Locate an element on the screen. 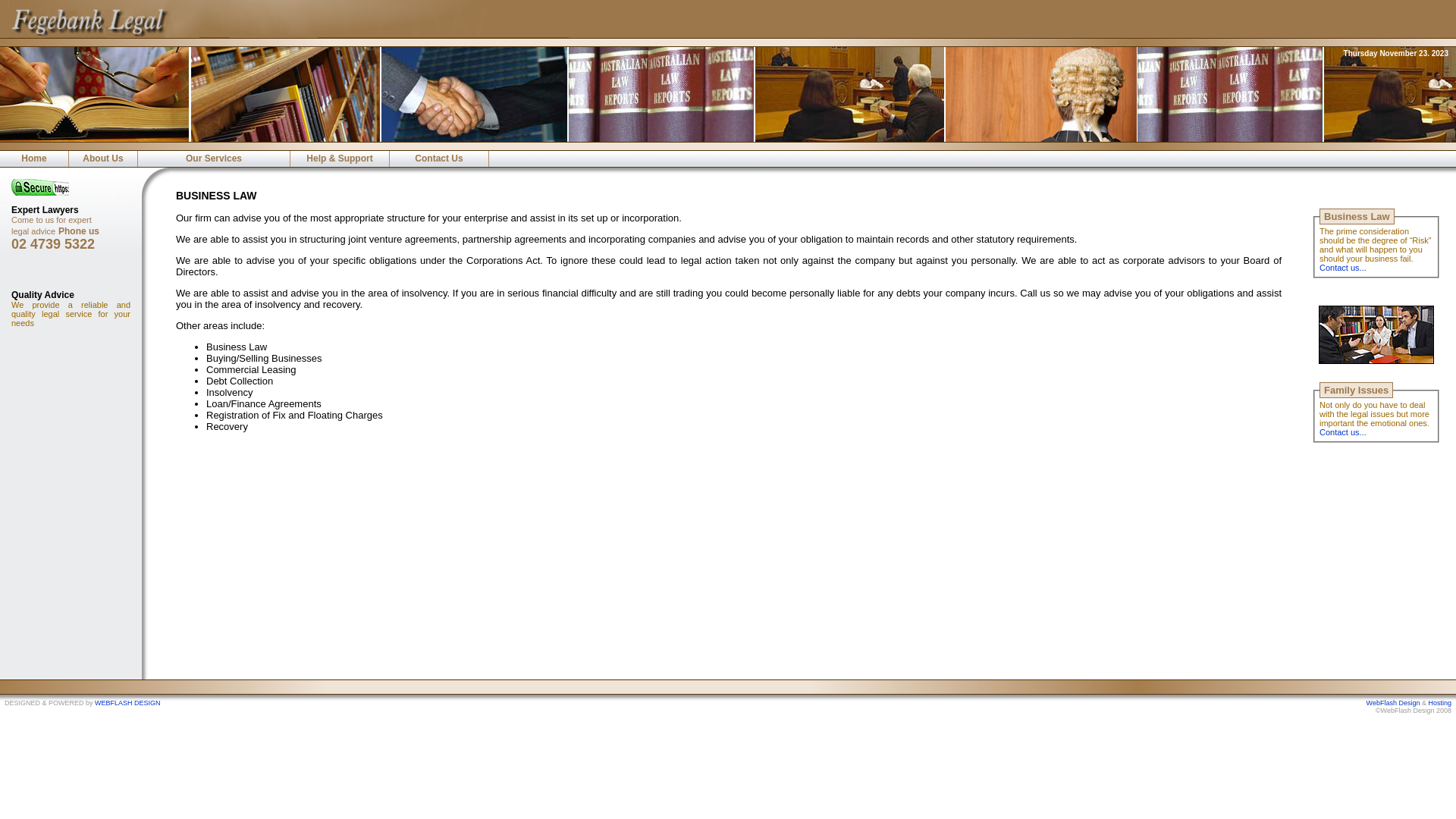 The image size is (1456, 819). 'Contact us...' is located at coordinates (1318, 432).